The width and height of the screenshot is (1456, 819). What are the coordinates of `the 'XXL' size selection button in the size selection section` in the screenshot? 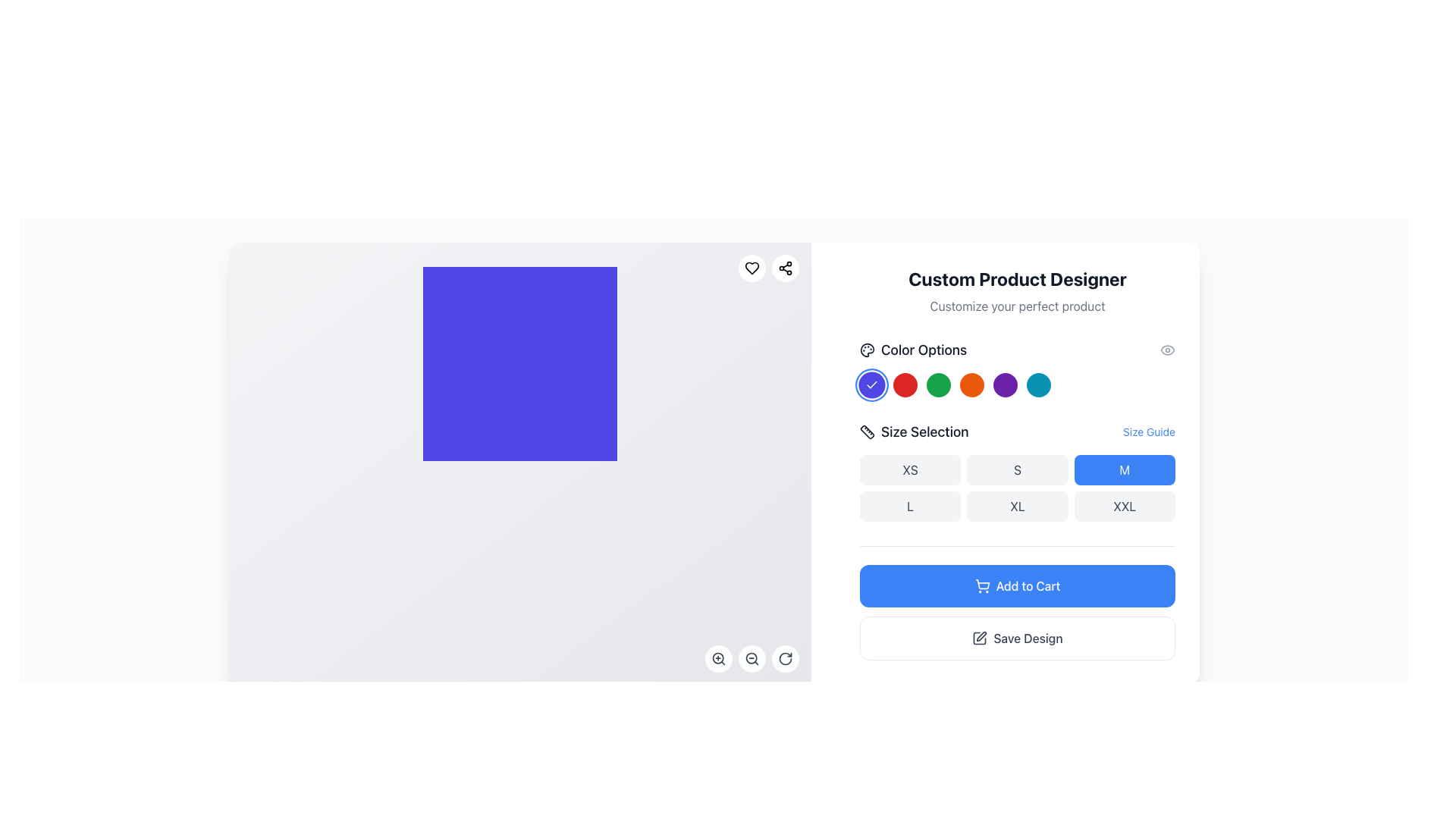 It's located at (1125, 506).